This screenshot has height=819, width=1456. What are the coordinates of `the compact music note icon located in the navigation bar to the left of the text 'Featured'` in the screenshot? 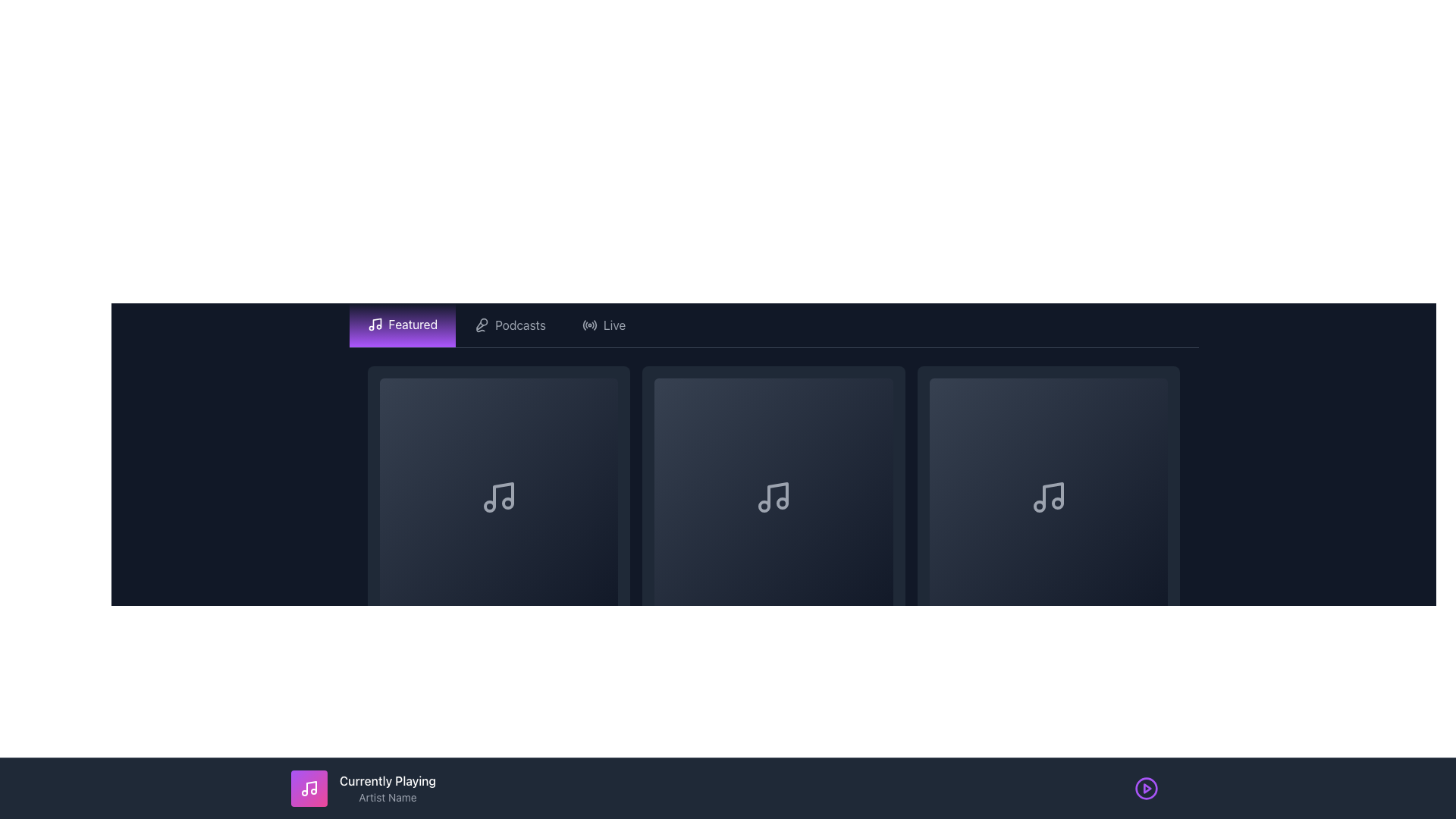 It's located at (375, 324).